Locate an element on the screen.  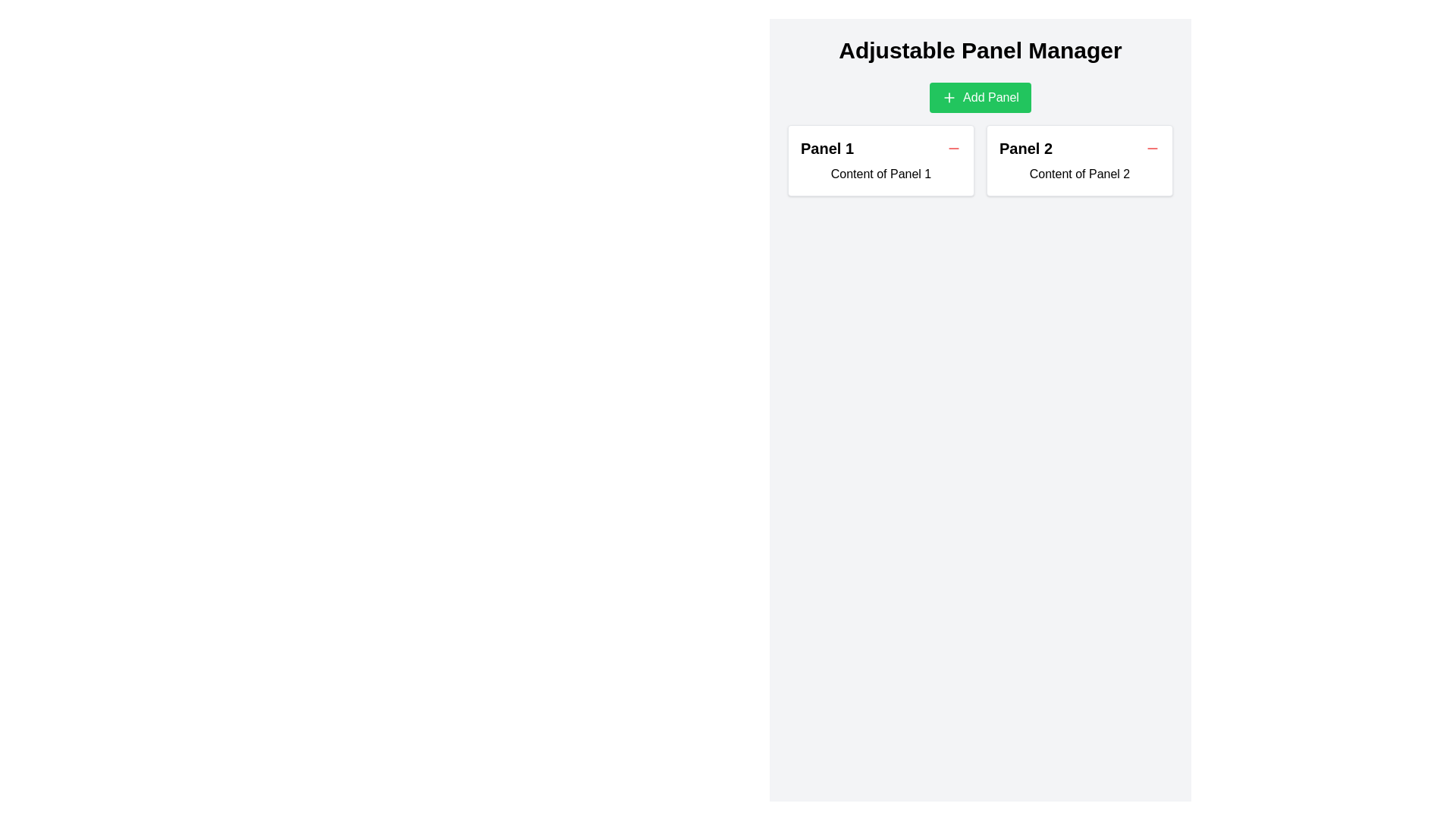
heading 'Panel 2' which is styled with a bold and larger font size, located above the text 'Content of Panel 2' in the second panel is located at coordinates (1026, 149).